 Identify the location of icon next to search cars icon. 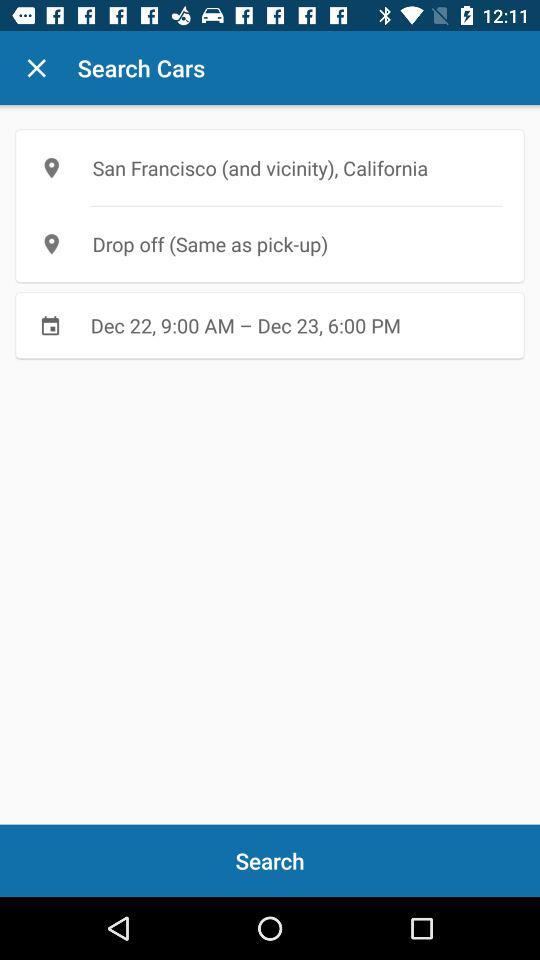
(36, 68).